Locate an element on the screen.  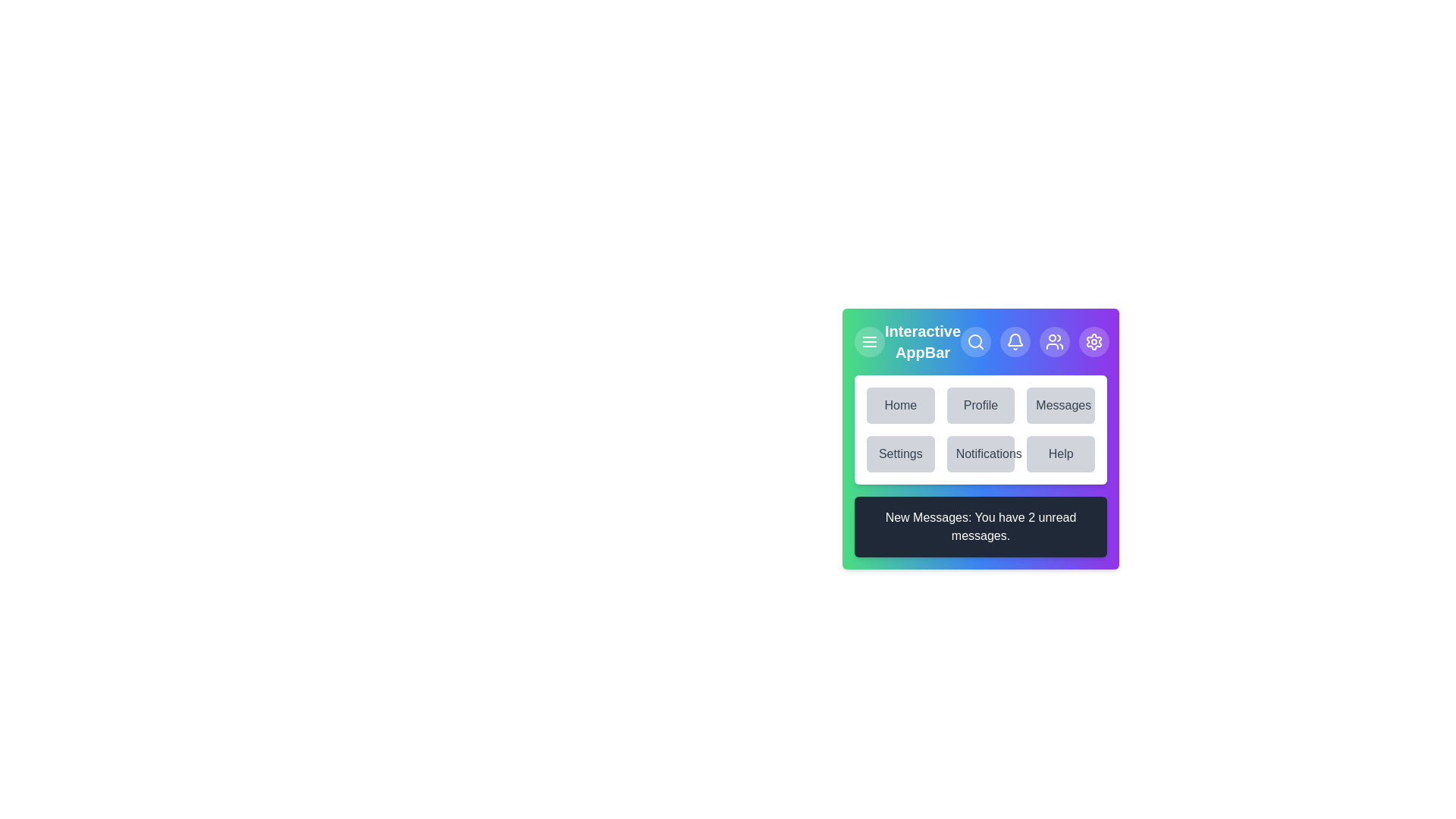
the menu item labeled Messages to navigate is located at coordinates (1060, 405).